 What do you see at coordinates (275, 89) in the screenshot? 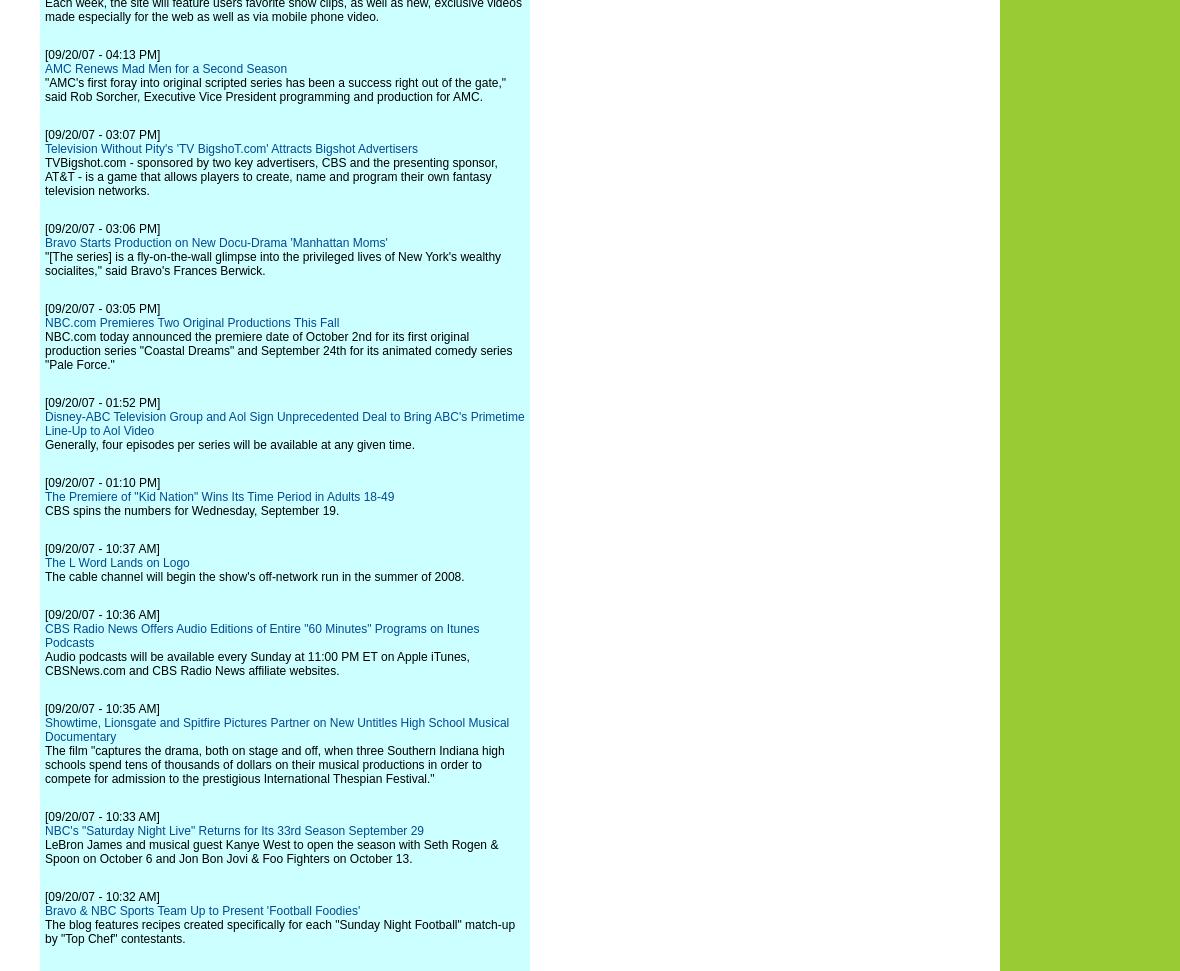
I see `'"AMC's first foray into original scripted series has been a success right out of the gate," said Rob Sorcher, Executive Vice President programming and production for AMC.'` at bounding box center [275, 89].